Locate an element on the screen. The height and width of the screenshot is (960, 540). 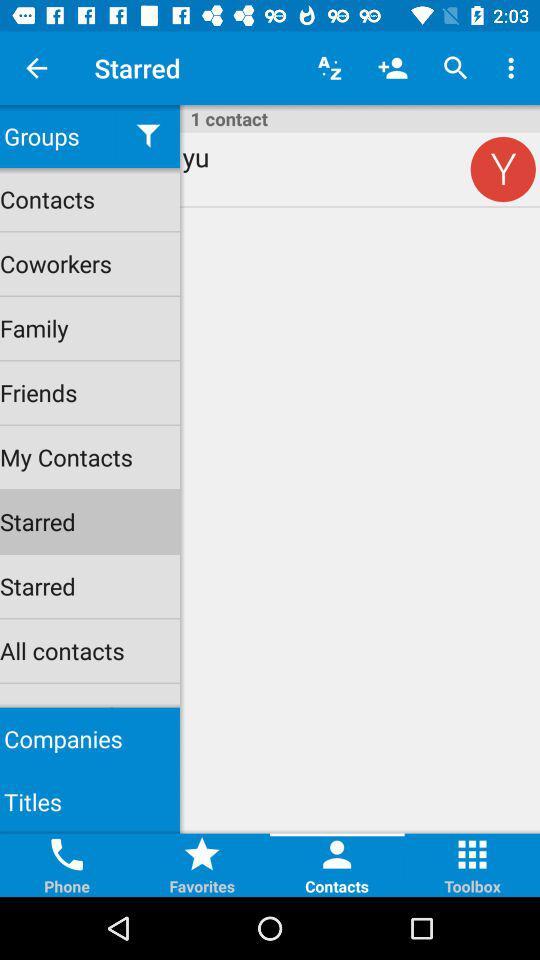
the search button on the web page is located at coordinates (456, 68).